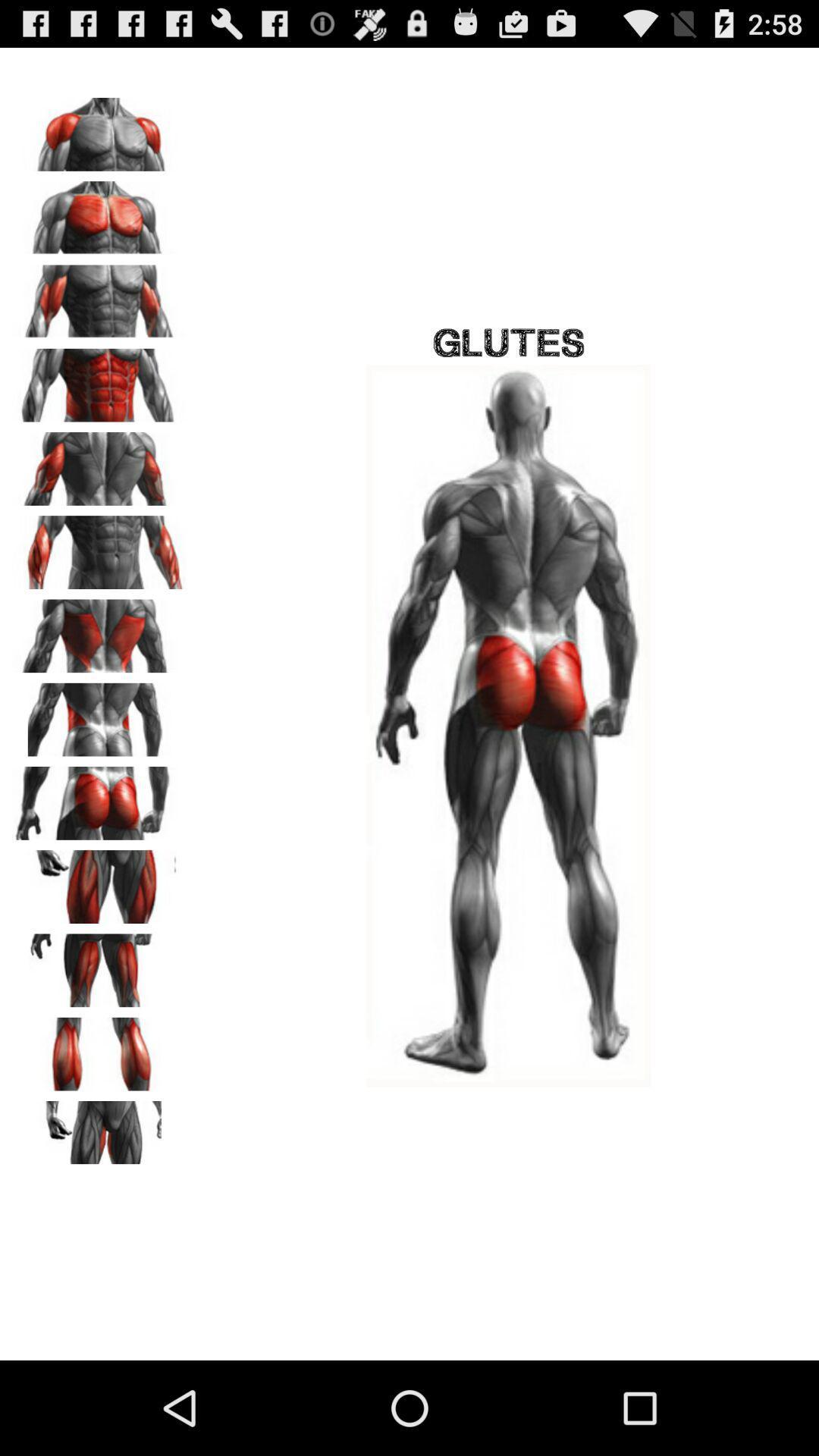 This screenshot has height=1456, width=819. I want to click on part of body, so click(99, 965).